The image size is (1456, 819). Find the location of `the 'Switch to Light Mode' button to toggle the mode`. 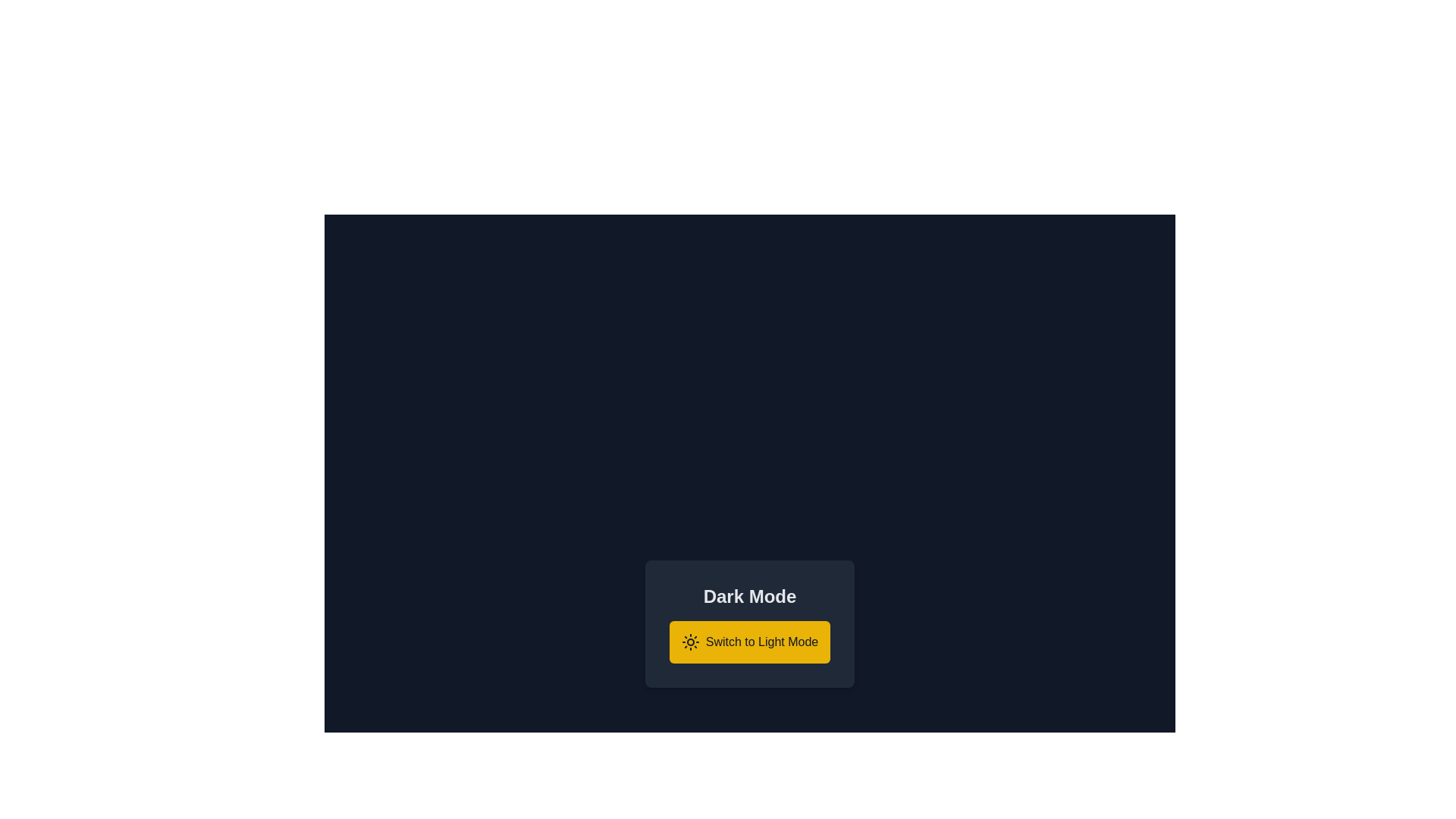

the 'Switch to Light Mode' button to toggle the mode is located at coordinates (749, 642).